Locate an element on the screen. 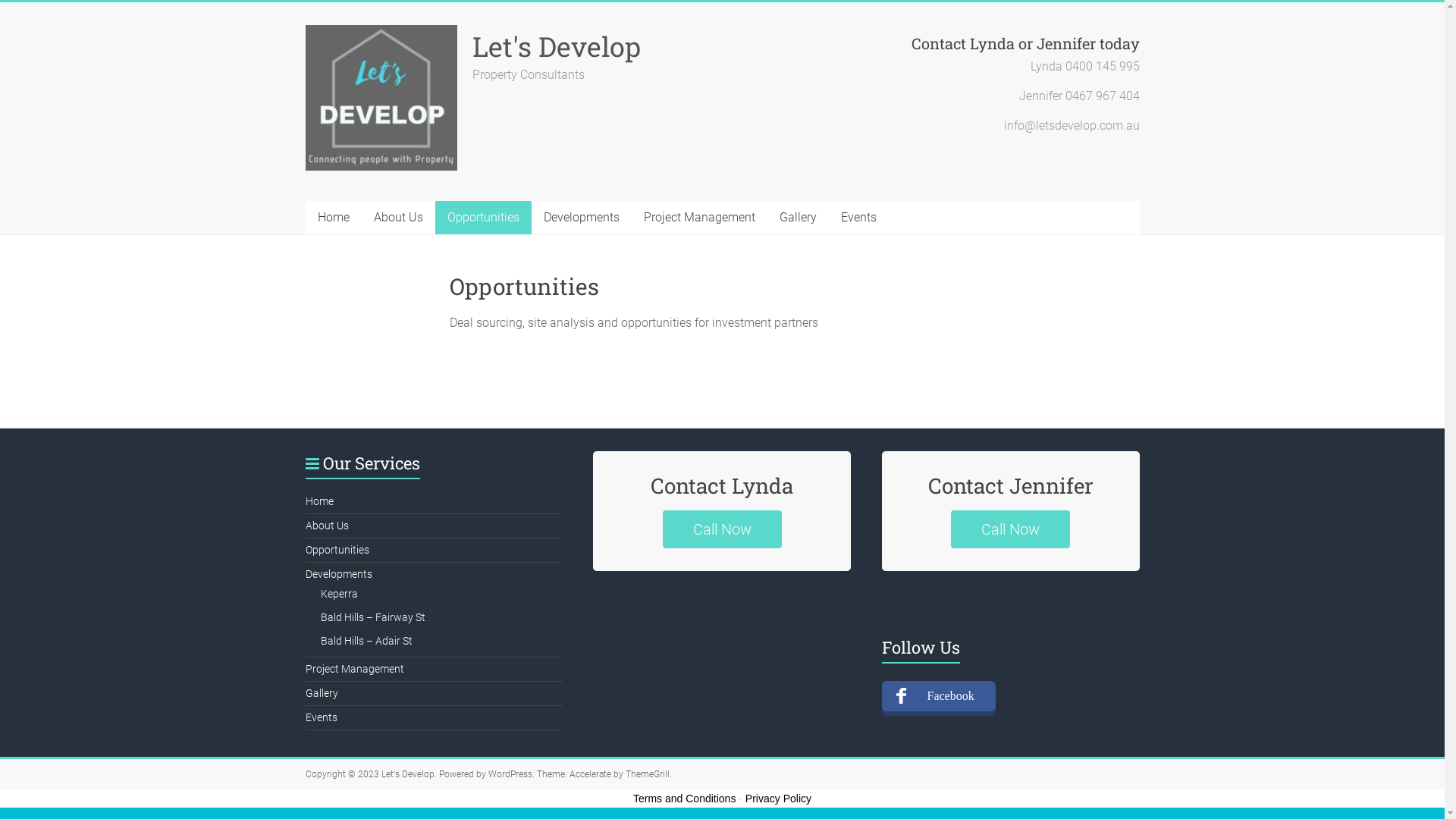 This screenshot has height=819, width=1456. 'Home' is located at coordinates (318, 500).